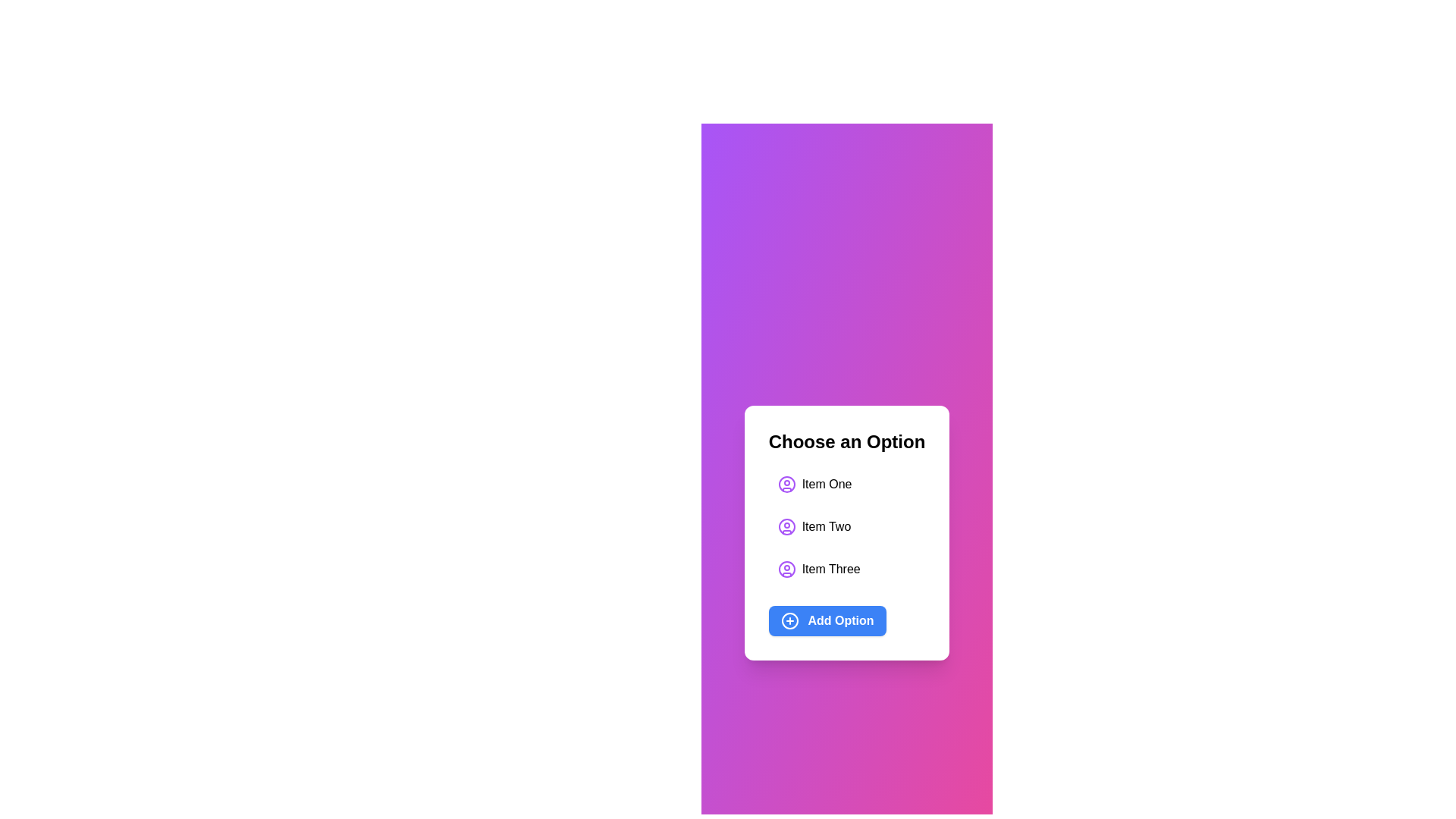 Image resolution: width=1456 pixels, height=819 pixels. I want to click on the 'Add Option' button, so click(827, 620).